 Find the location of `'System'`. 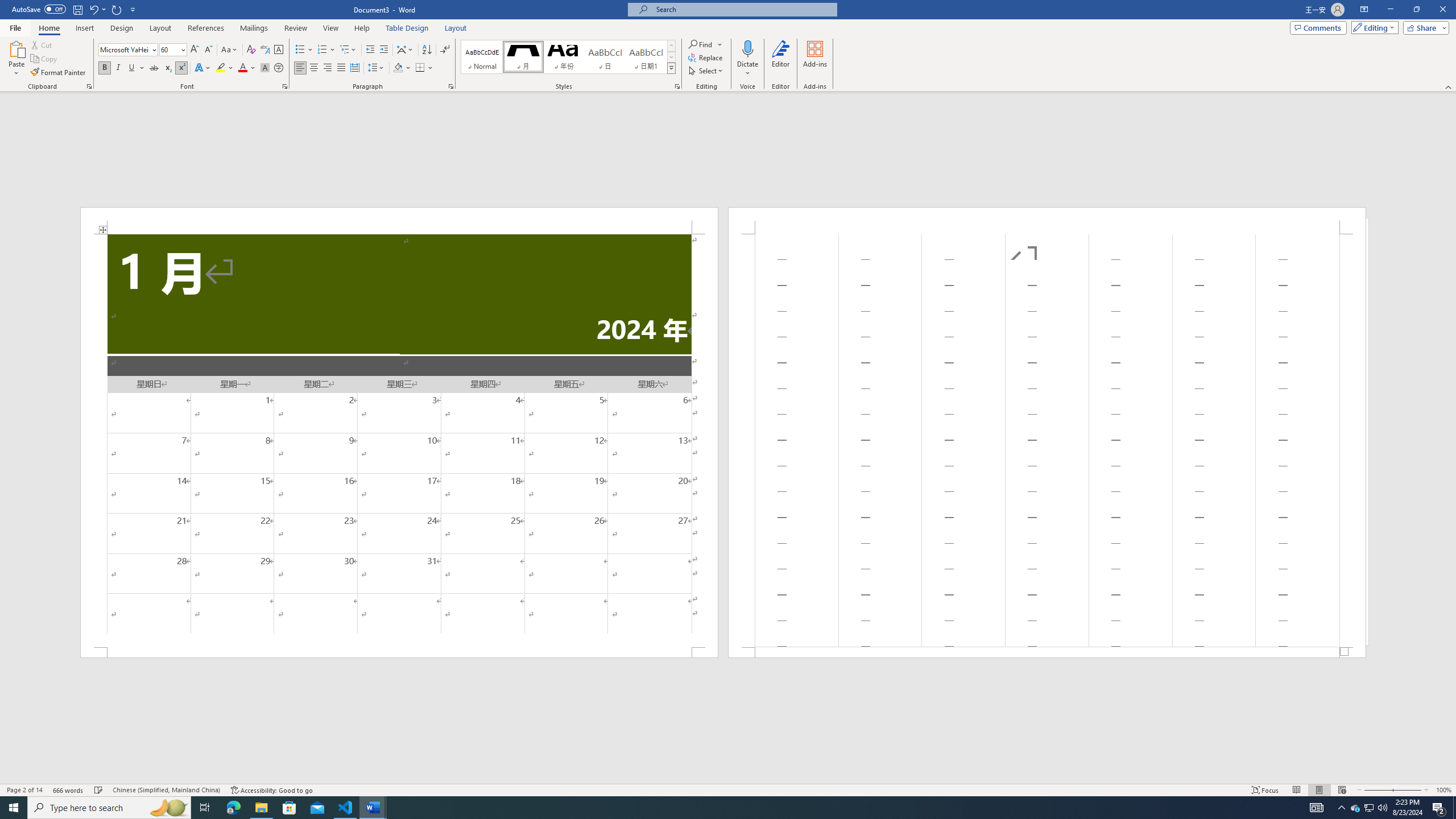

'System' is located at coordinates (6, 5).